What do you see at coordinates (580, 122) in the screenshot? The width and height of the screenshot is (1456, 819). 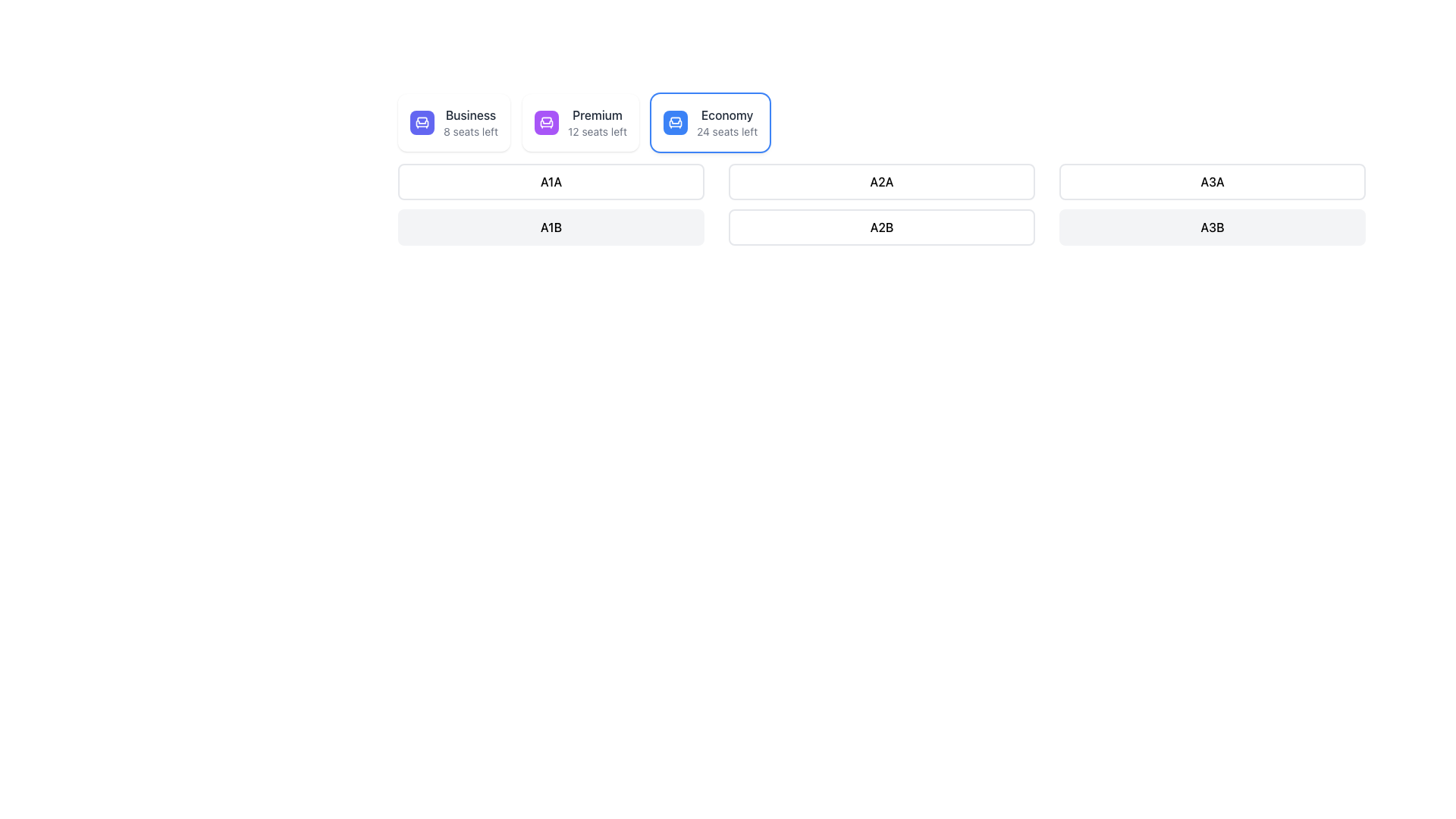 I see `text of the Display element indicating the availability of premium seats, which states '12 seats left'` at bounding box center [580, 122].